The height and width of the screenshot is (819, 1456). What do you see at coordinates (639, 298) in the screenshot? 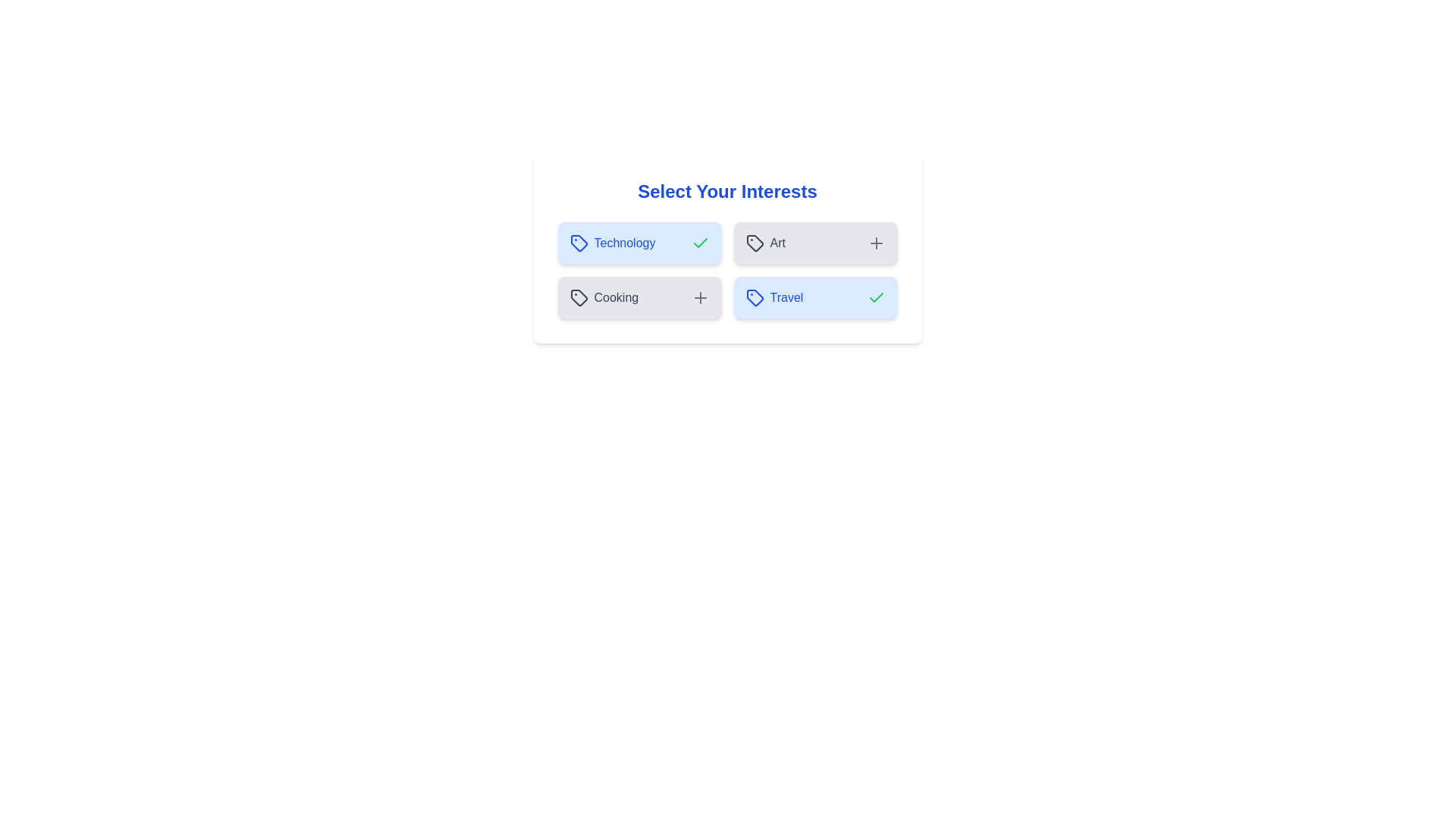
I see `the button labeled Cooking to see the hover effect` at bounding box center [639, 298].